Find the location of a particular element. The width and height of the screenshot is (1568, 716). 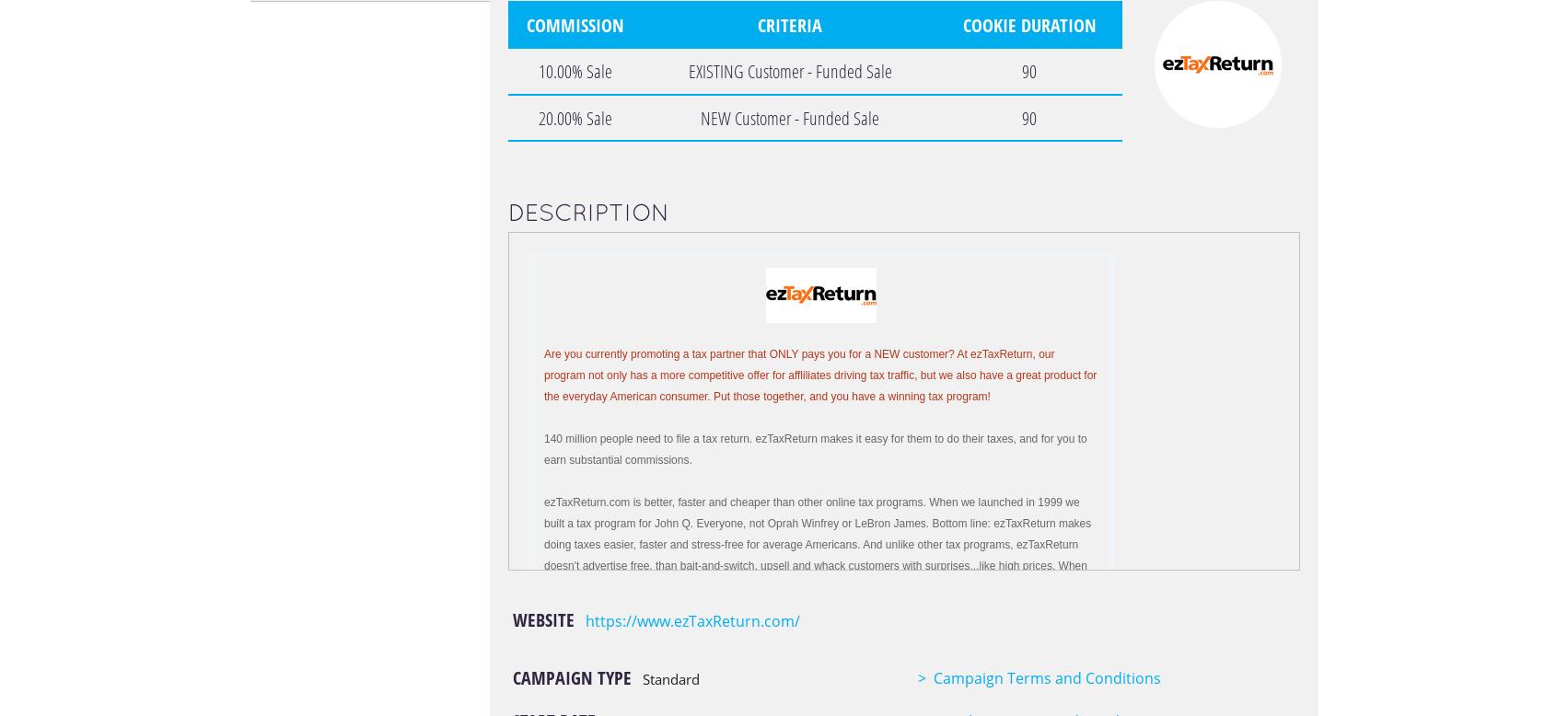

'20.00% Sale' is located at coordinates (573, 116).